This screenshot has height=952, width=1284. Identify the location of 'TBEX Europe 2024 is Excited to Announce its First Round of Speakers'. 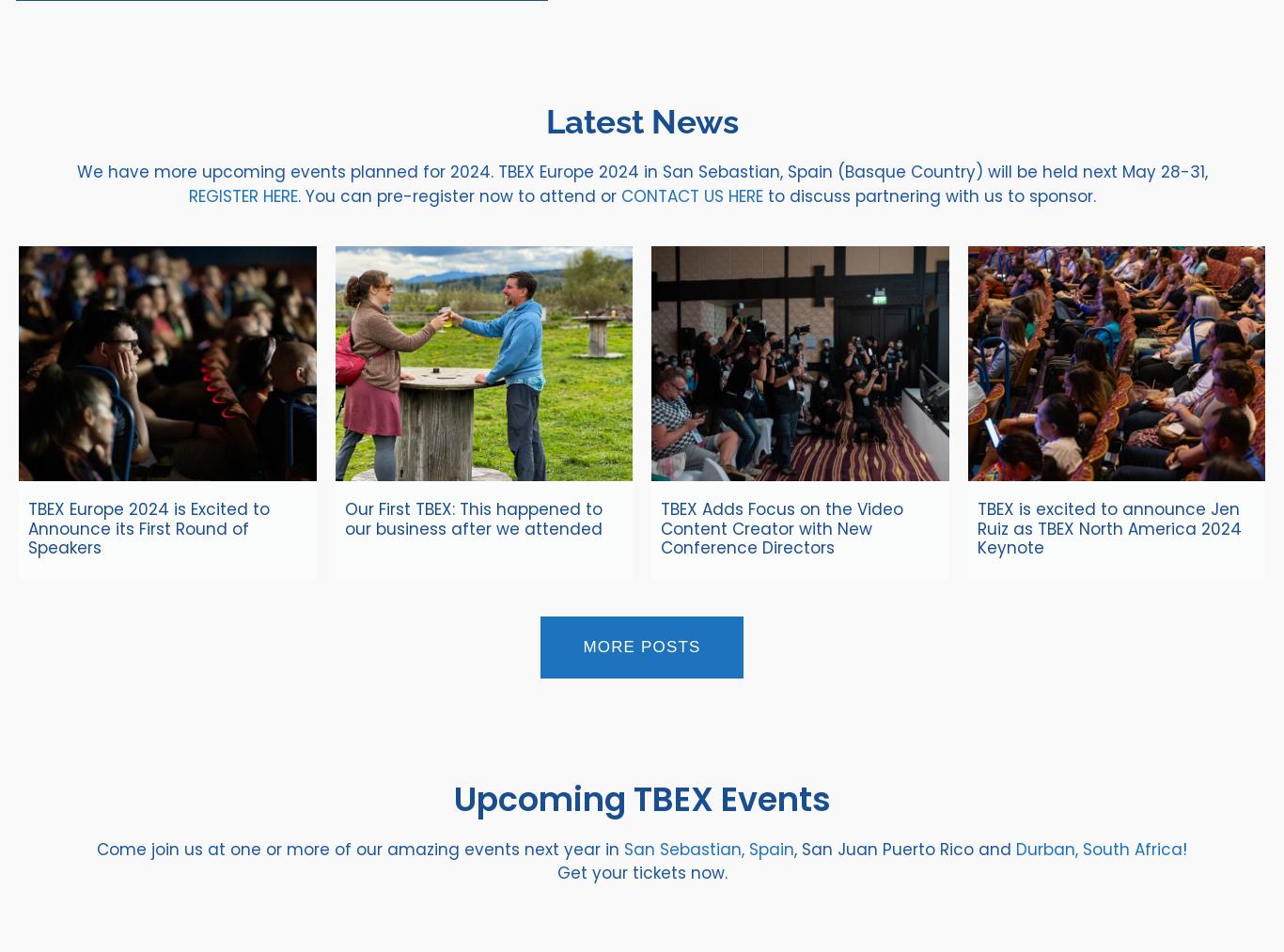
(28, 528).